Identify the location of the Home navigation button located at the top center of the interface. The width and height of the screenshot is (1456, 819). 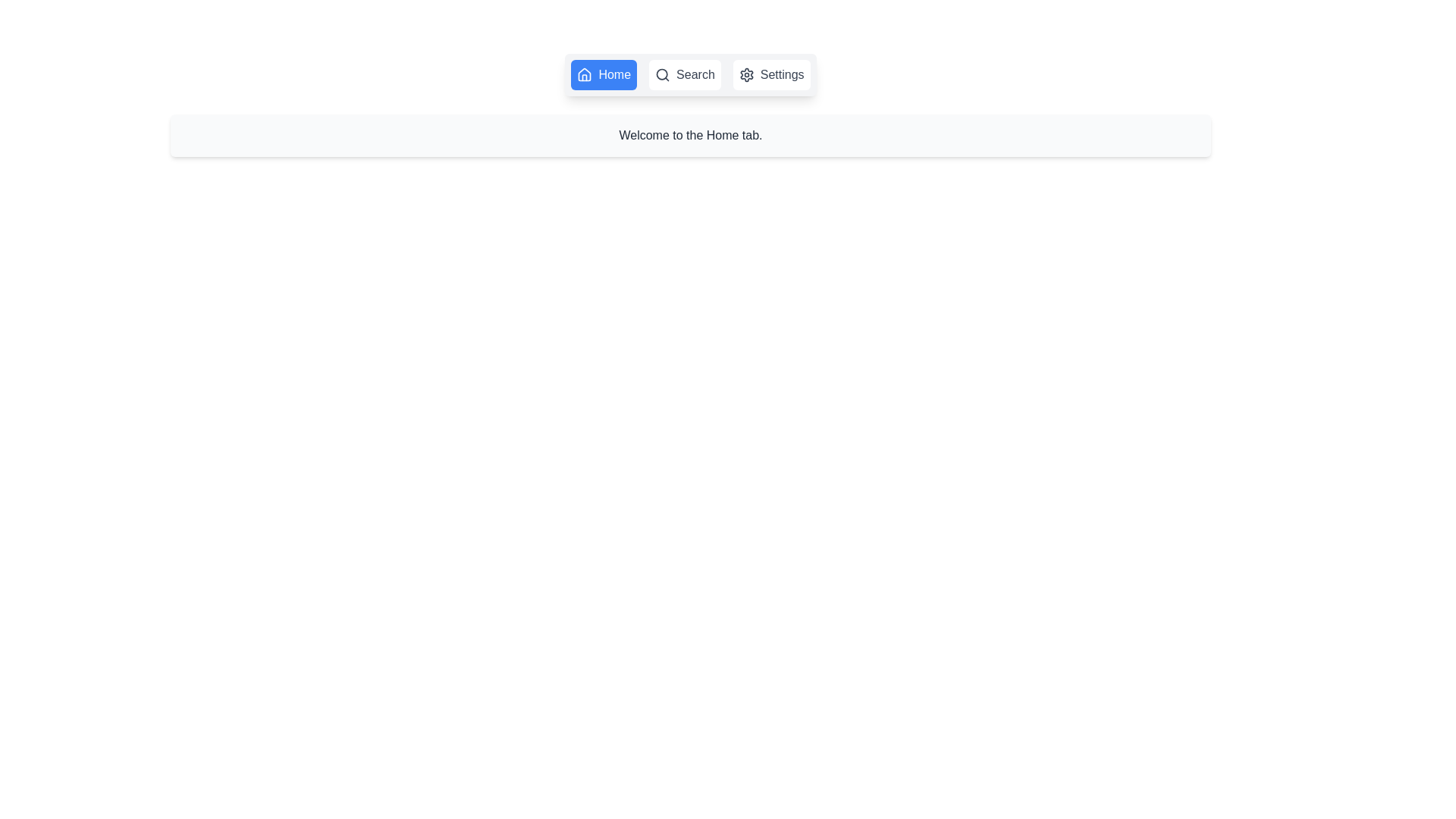
(603, 75).